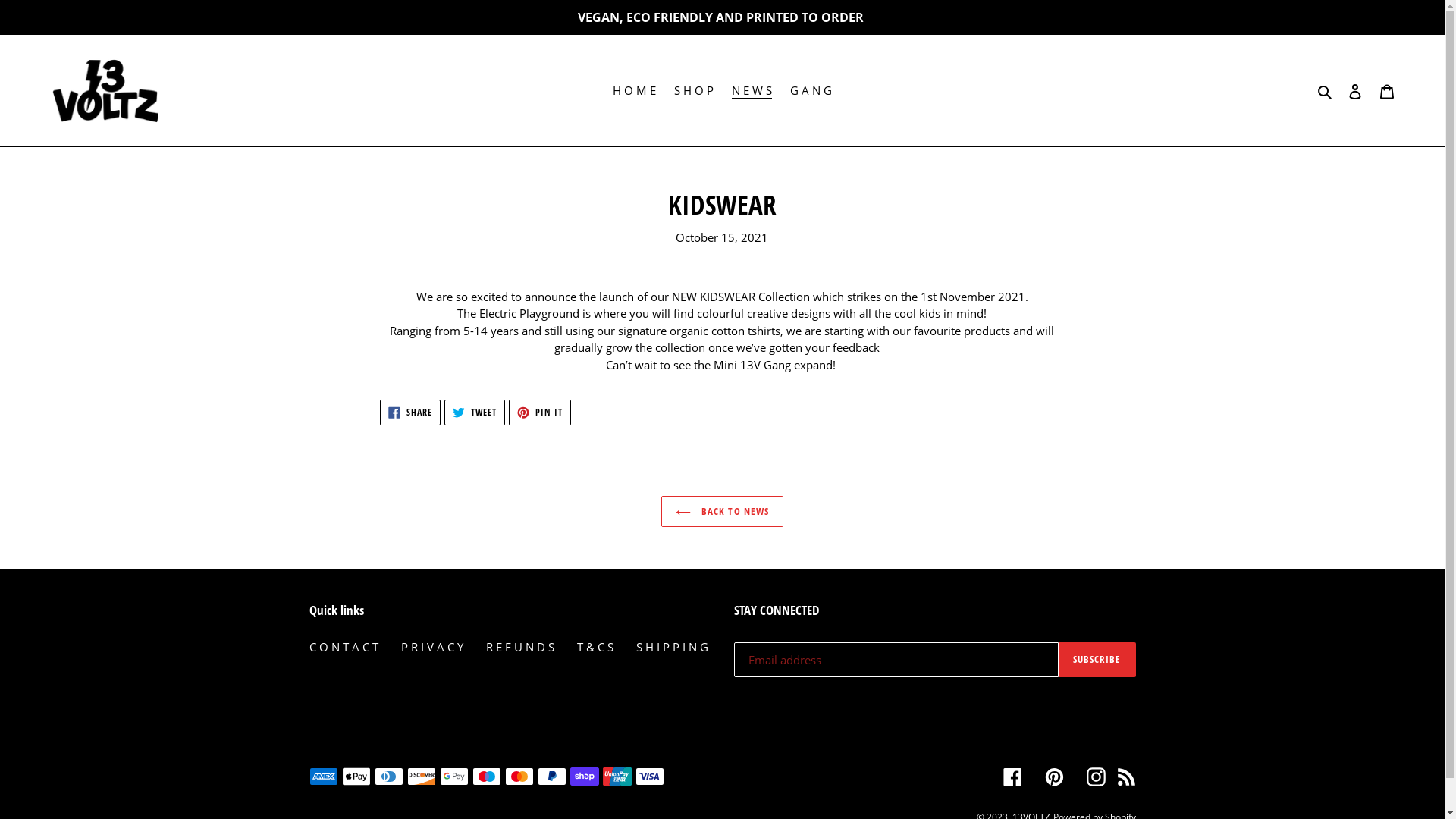 The image size is (1456, 819). Describe the element at coordinates (1012, 776) in the screenshot. I see `'Facebook'` at that location.